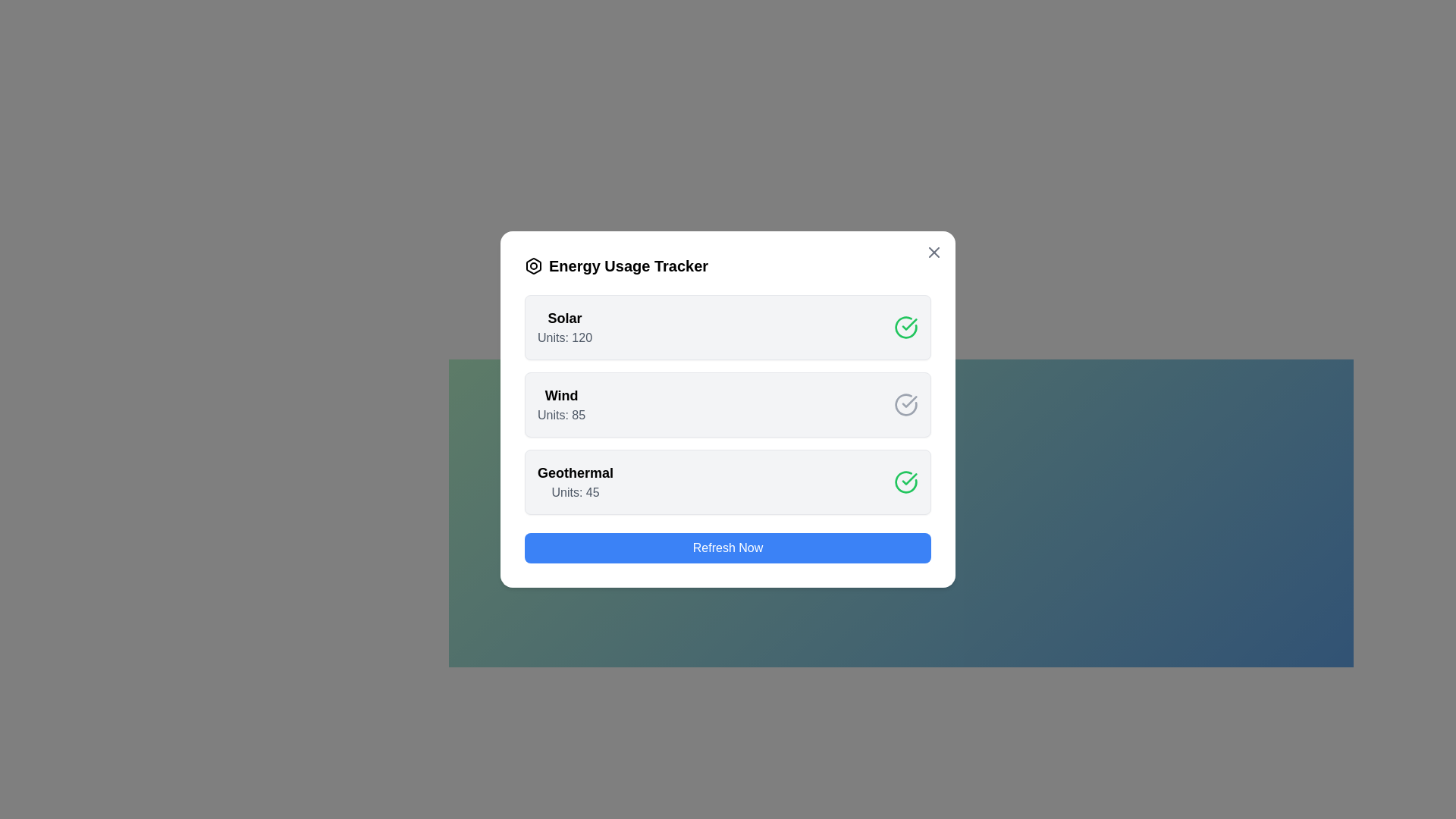 The image size is (1456, 819). I want to click on the status of the checkmark icon located in the bottom right corner of the 'Geothermal: Units 45' section, which indicates the successful state of the Geothermal category, so click(906, 482).